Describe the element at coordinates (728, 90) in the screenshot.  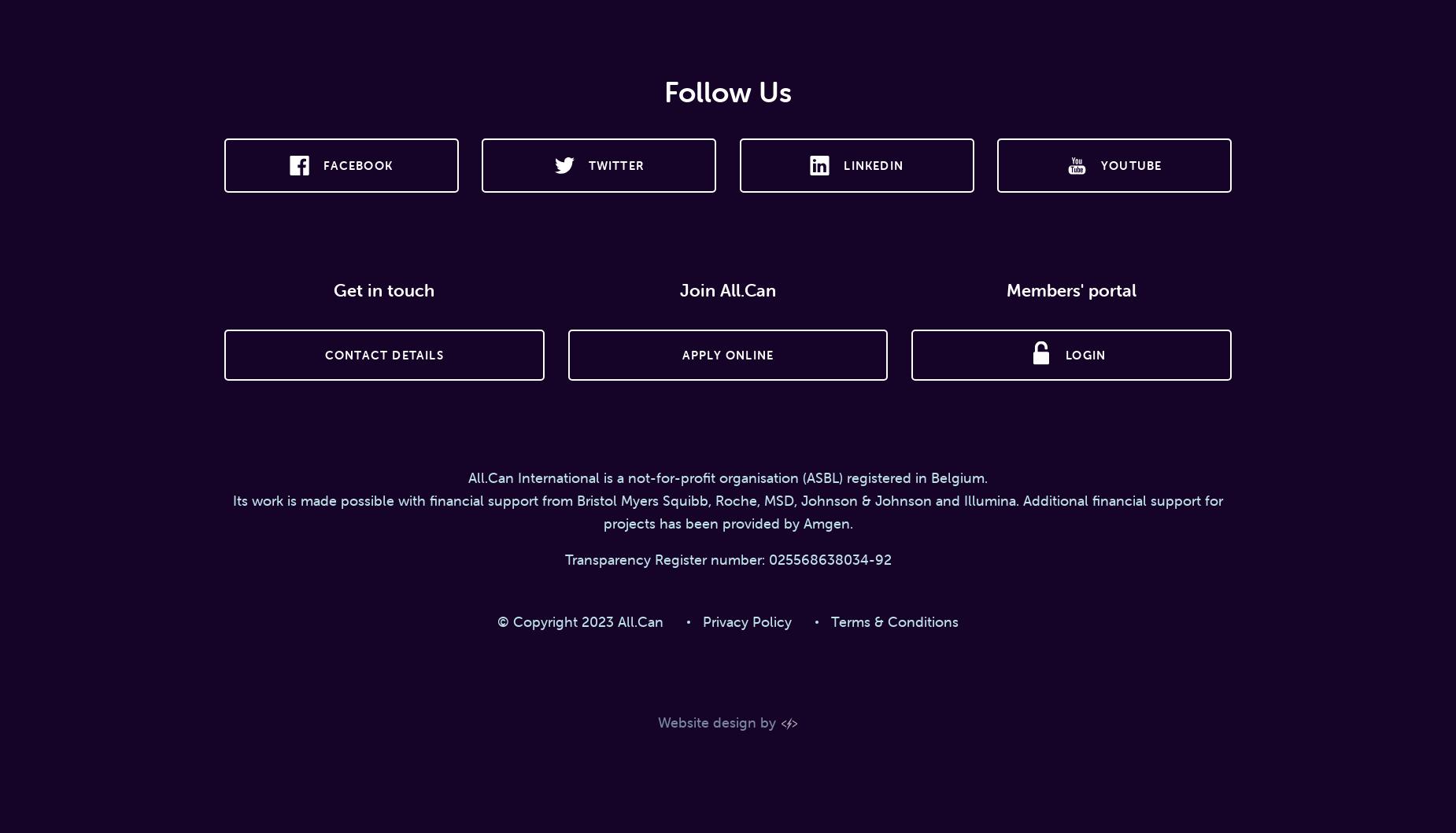
I see `'Follow Us'` at that location.